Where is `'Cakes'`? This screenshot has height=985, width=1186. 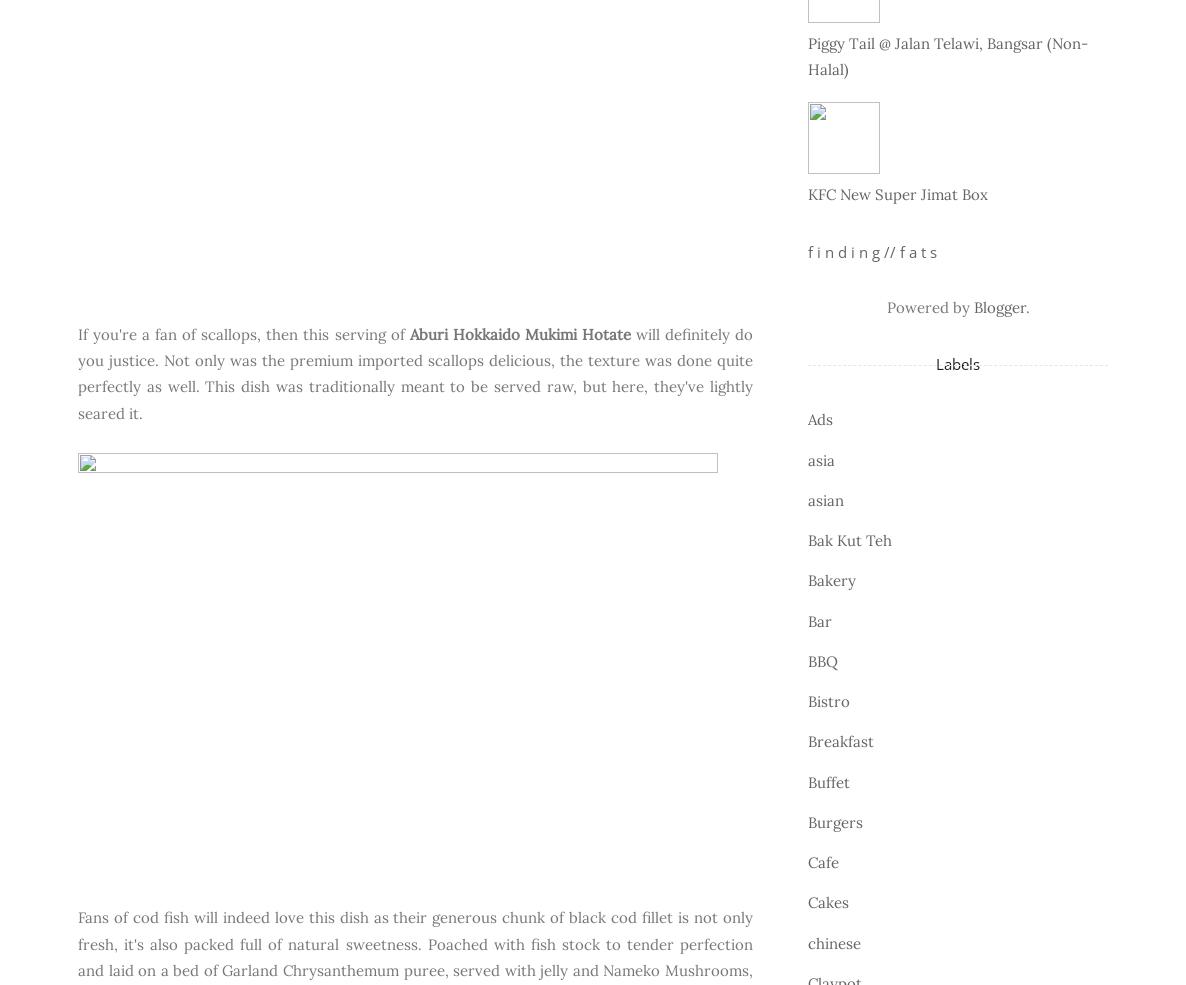
'Cakes' is located at coordinates (808, 902).